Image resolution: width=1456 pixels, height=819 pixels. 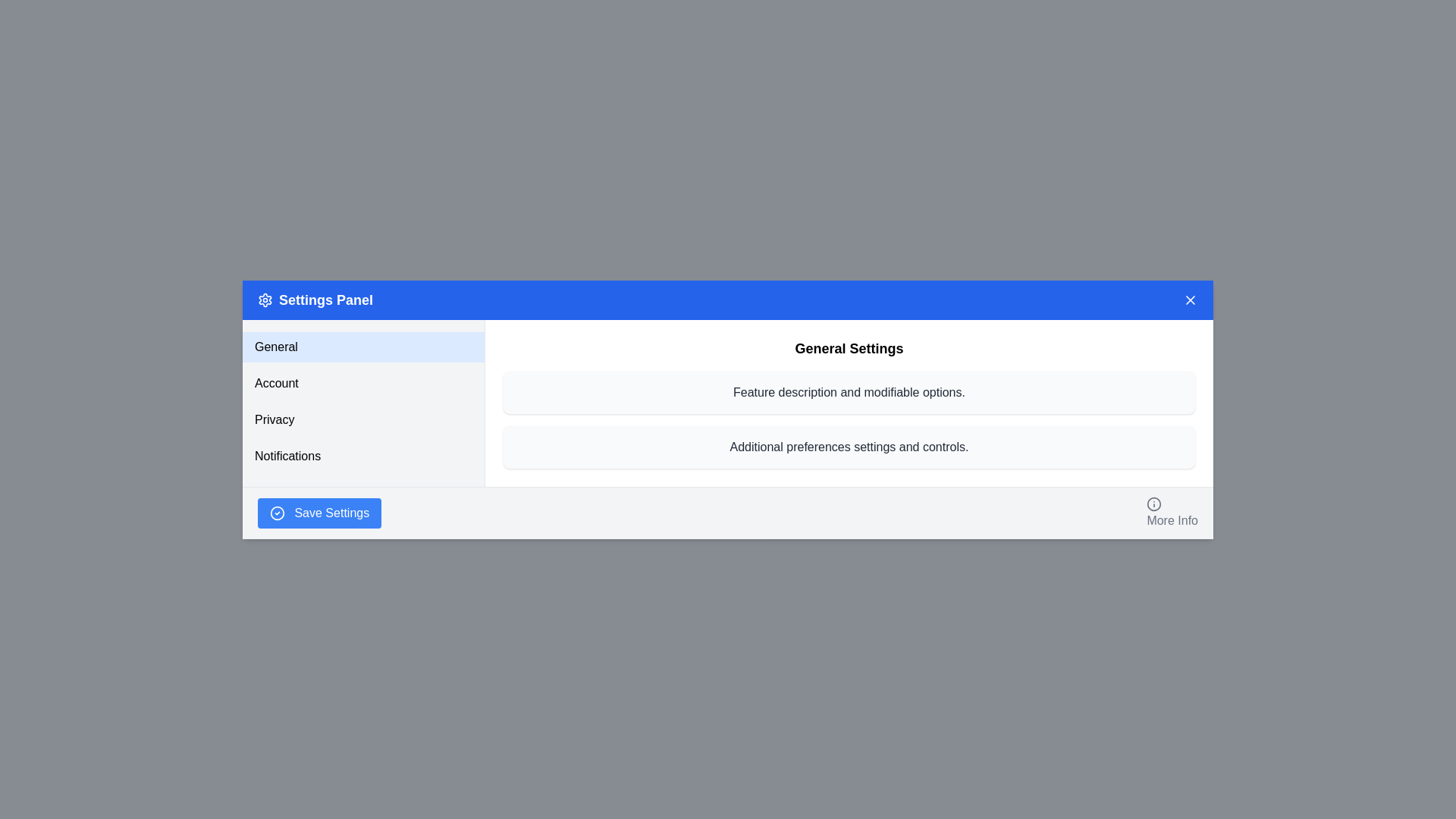 What do you see at coordinates (1153, 504) in the screenshot?
I see `the circular graphic element that is part of the information icon located at the bottom-right corner of the interface, next to the 'More Info' label` at bounding box center [1153, 504].